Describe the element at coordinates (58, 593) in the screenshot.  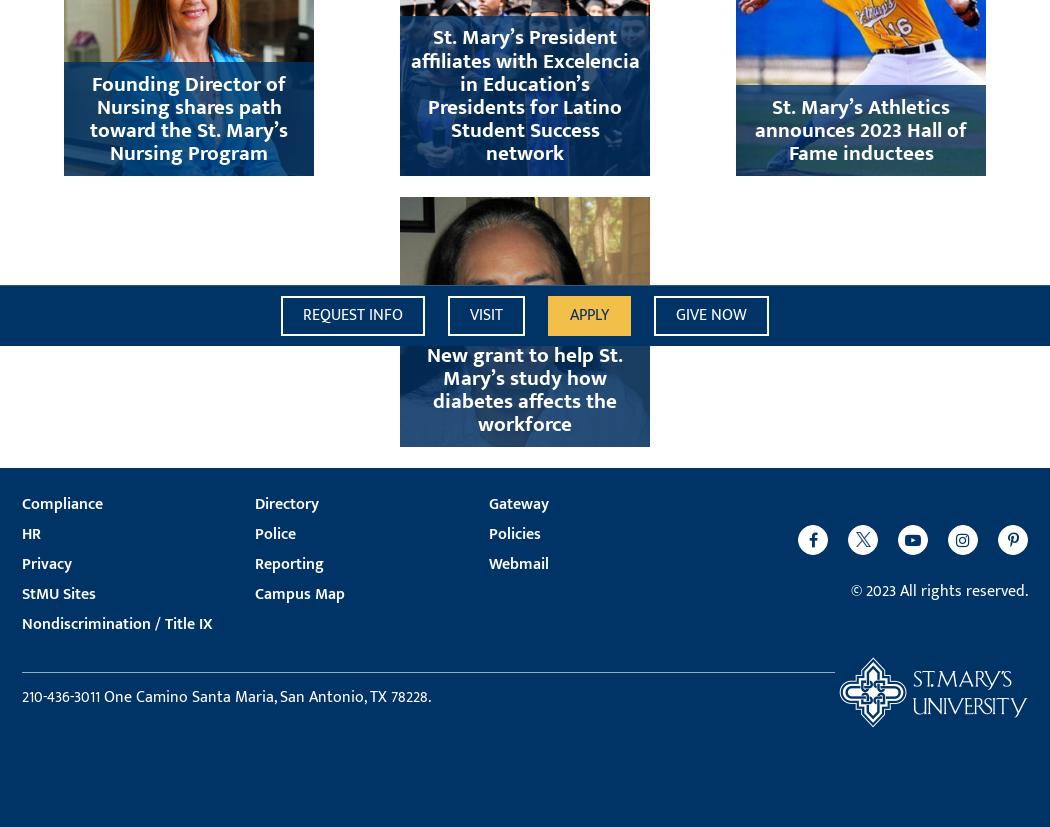
I see `'StMU Sites'` at that location.